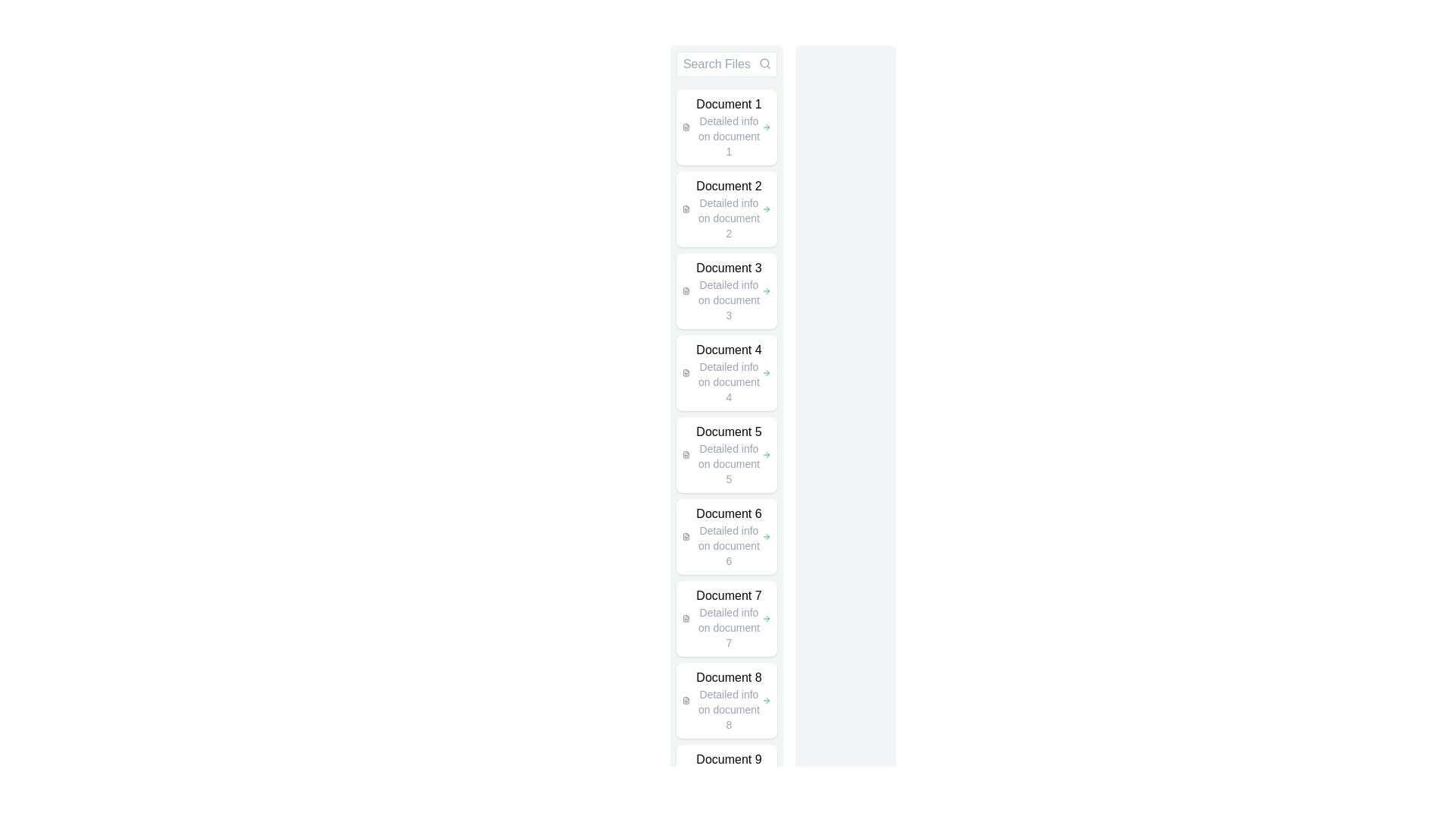 The height and width of the screenshot is (819, 1456). What do you see at coordinates (729, 760) in the screenshot?
I see `the text label that serves as the title for the list item, located in the ninth group of a vertically stacked list, positioned above 'Detailed info on document 9'` at bounding box center [729, 760].